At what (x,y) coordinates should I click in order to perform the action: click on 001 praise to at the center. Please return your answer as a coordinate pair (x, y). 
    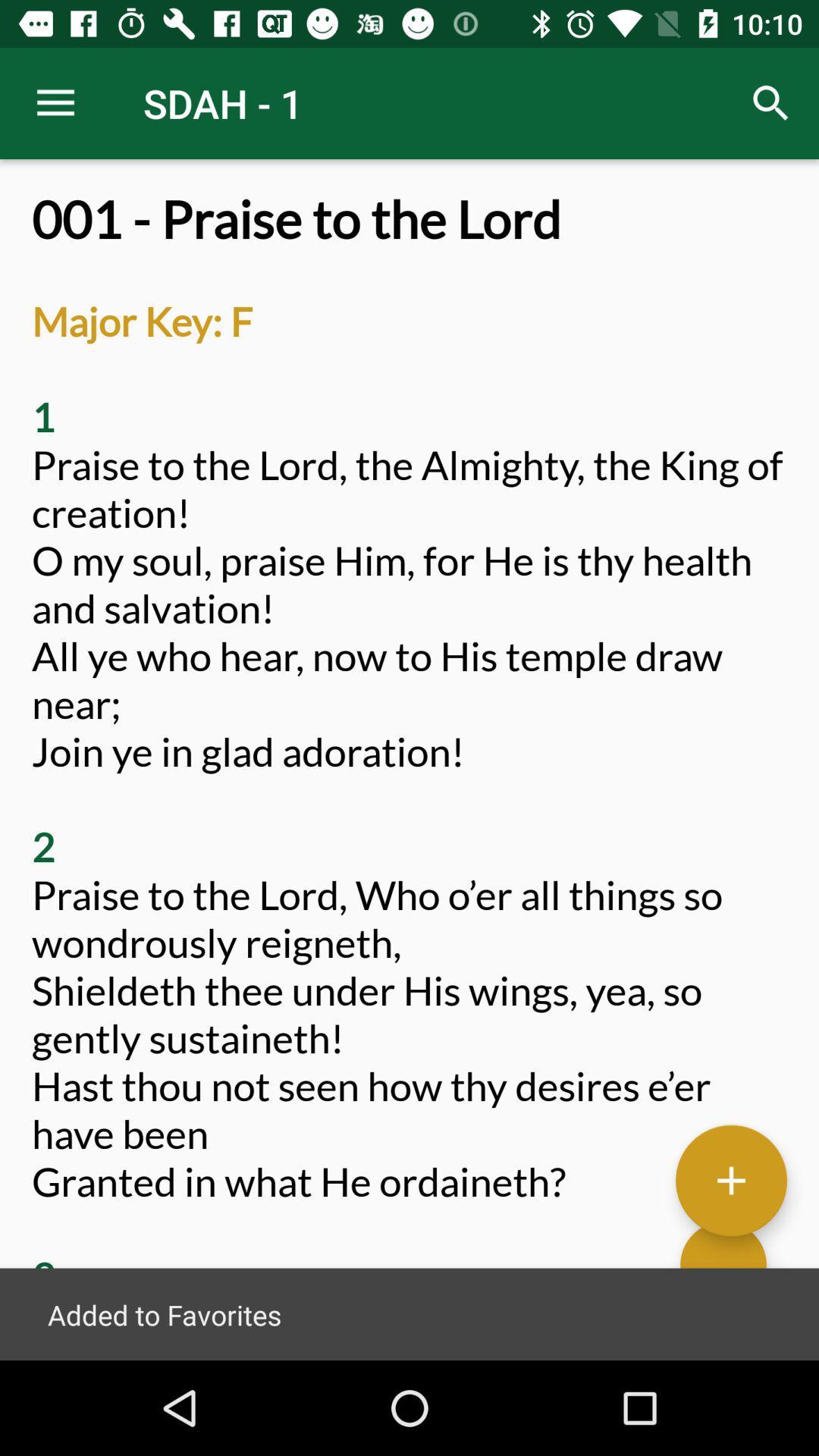
    Looking at the image, I should click on (409, 775).